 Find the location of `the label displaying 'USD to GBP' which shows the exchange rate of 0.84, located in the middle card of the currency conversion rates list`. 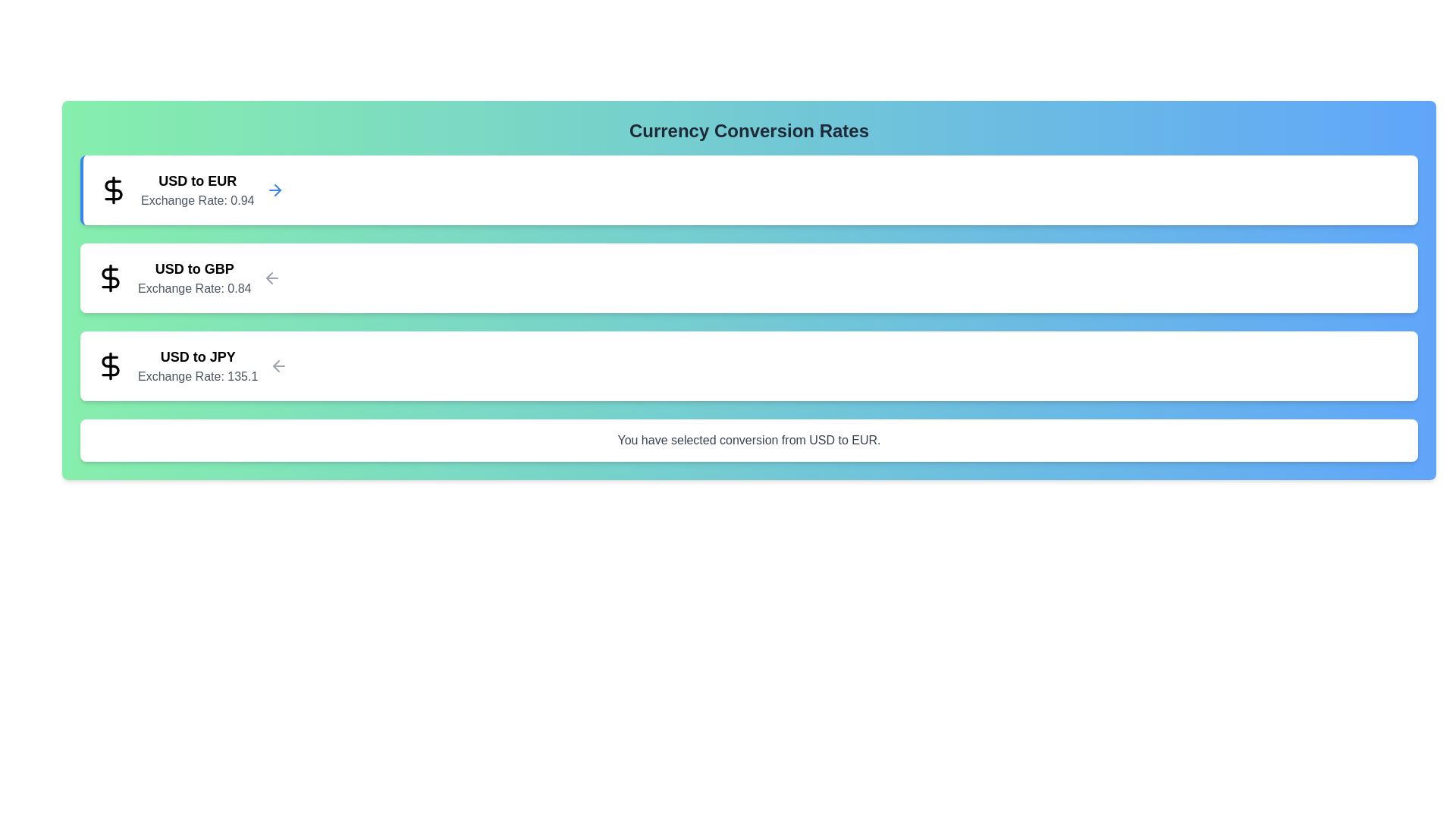

the label displaying 'USD to GBP' which shows the exchange rate of 0.84, located in the middle card of the currency conversion rates list is located at coordinates (193, 278).